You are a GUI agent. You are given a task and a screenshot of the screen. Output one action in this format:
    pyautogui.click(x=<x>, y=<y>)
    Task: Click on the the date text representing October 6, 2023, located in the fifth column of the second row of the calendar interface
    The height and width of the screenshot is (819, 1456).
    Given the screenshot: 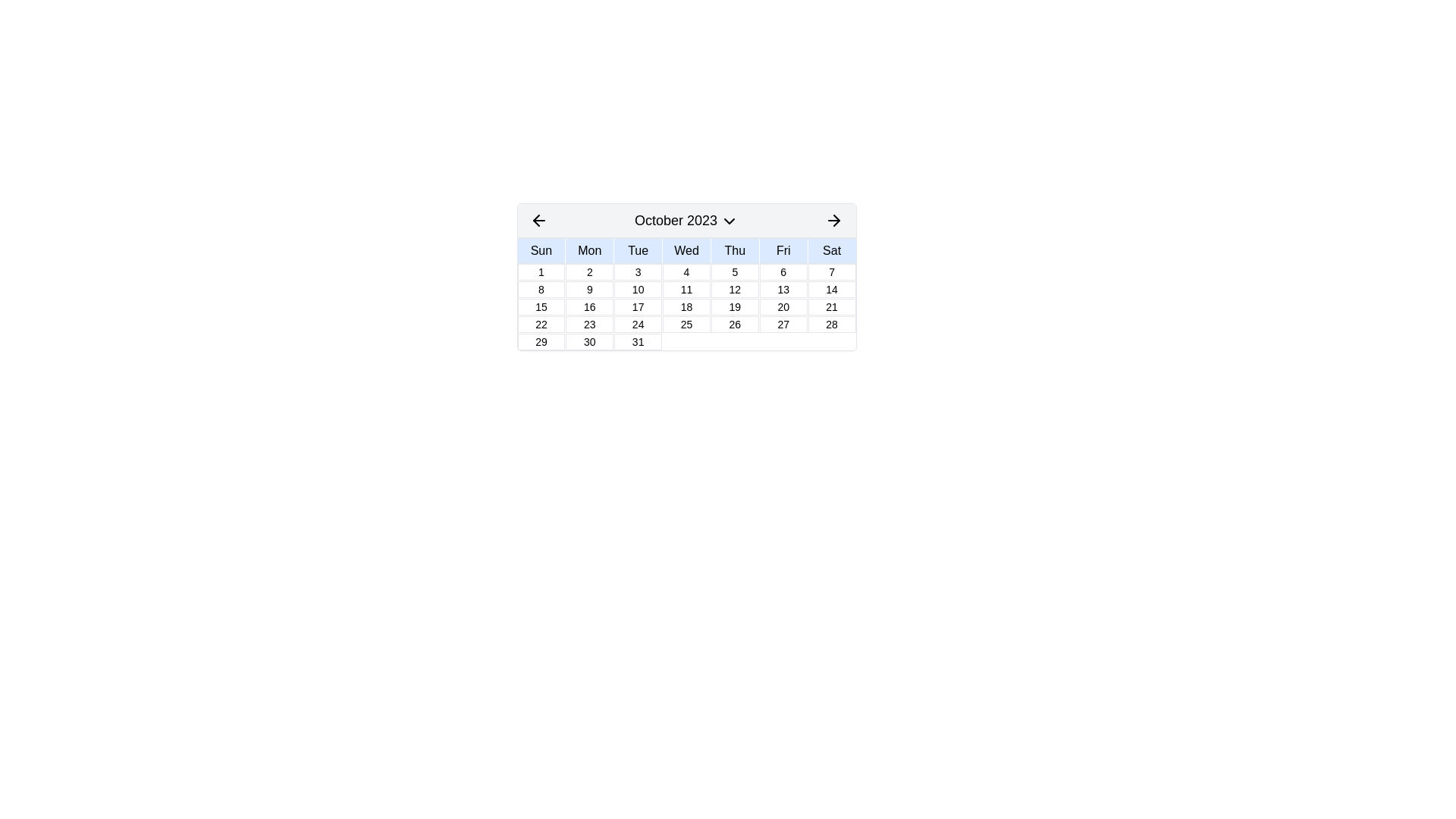 What is the action you would take?
    pyautogui.click(x=783, y=271)
    